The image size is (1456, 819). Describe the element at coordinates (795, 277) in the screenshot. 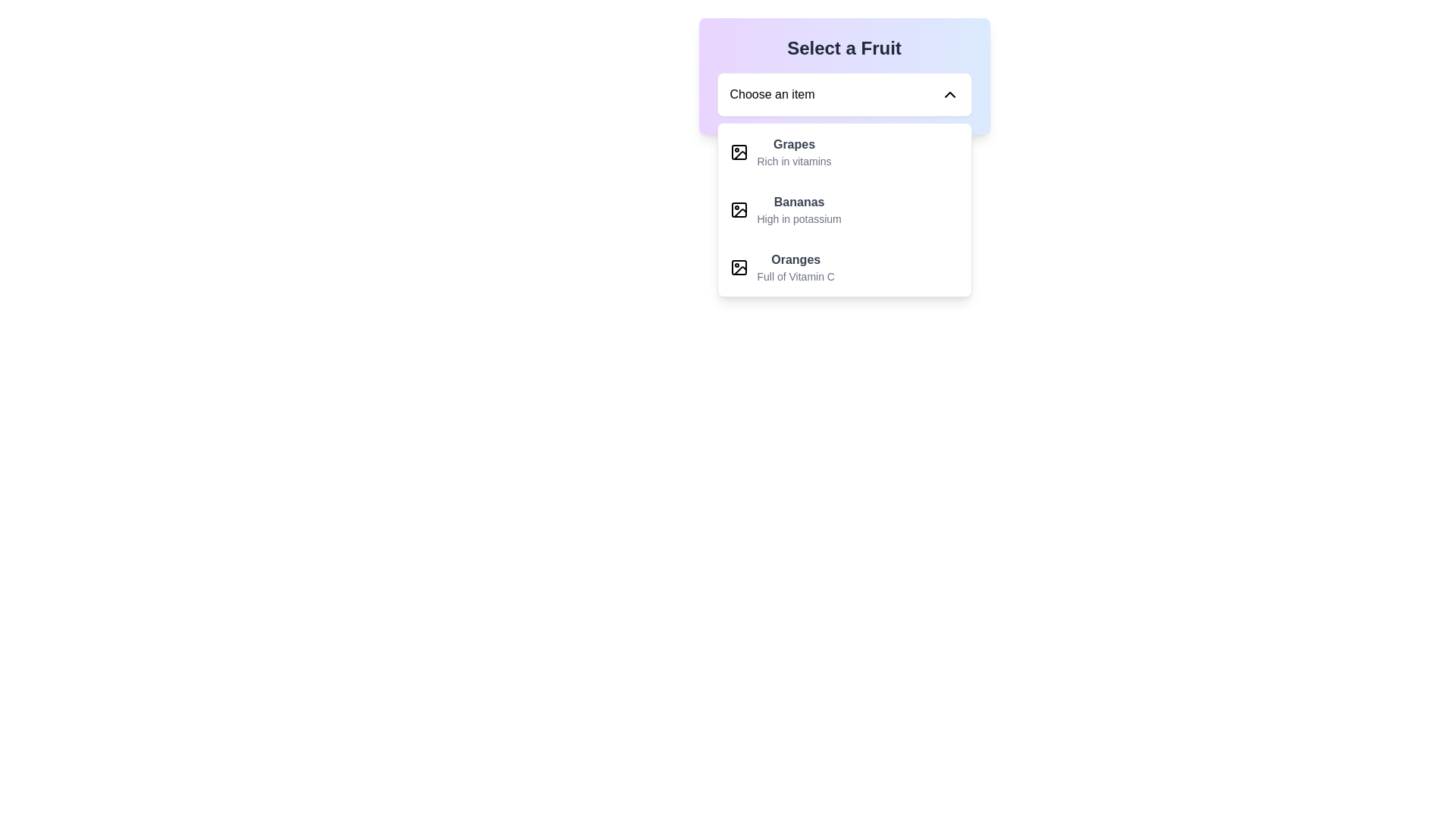

I see `the supplementary description text label for 'Oranges' located in the dropdown menu, which provides additional details about the fruit selection` at that location.